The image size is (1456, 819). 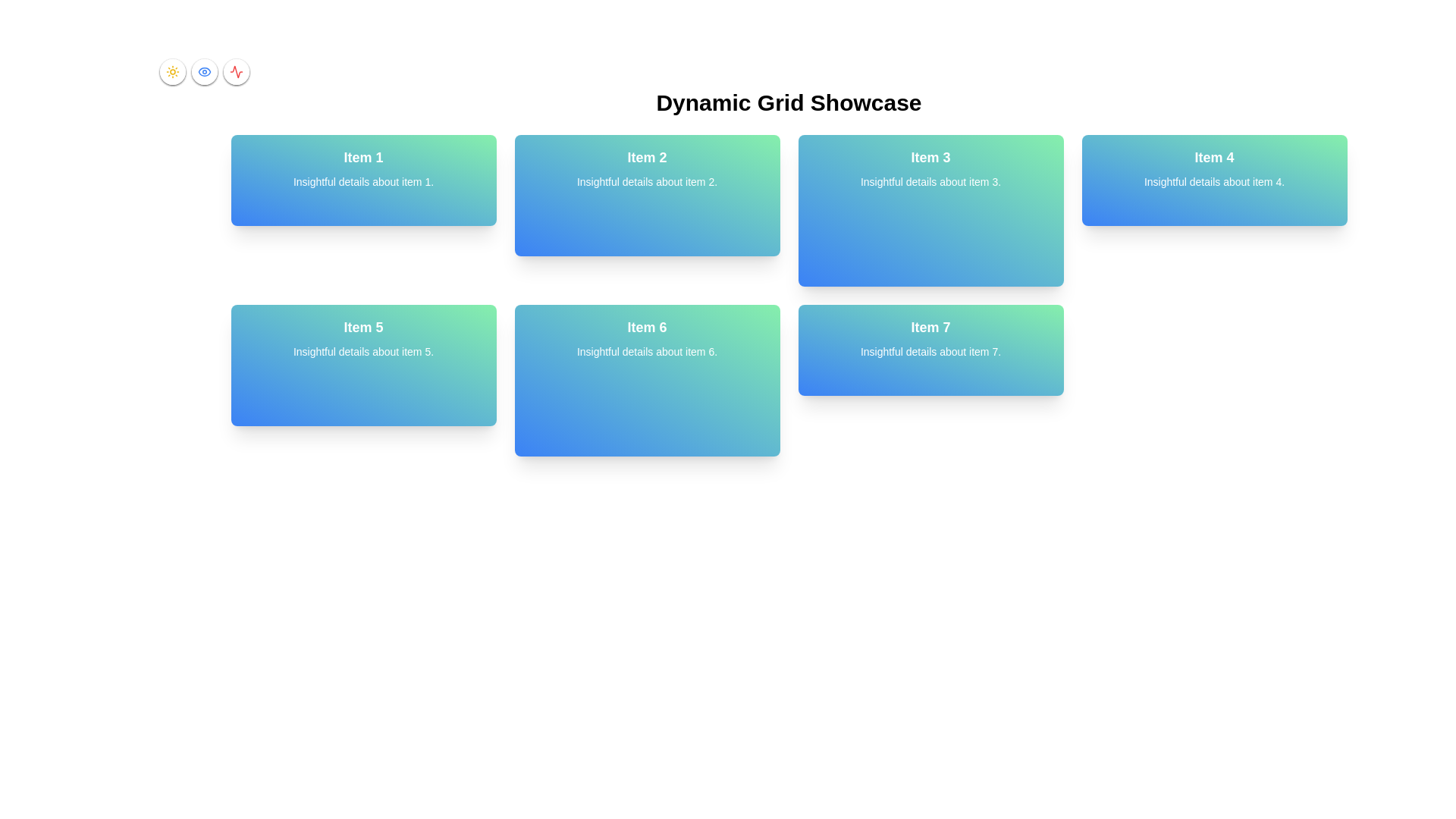 I want to click on the text element displaying 'Item 4', which is bold and white, located in the first row, fourth column of the grid layout, so click(x=1214, y=158).